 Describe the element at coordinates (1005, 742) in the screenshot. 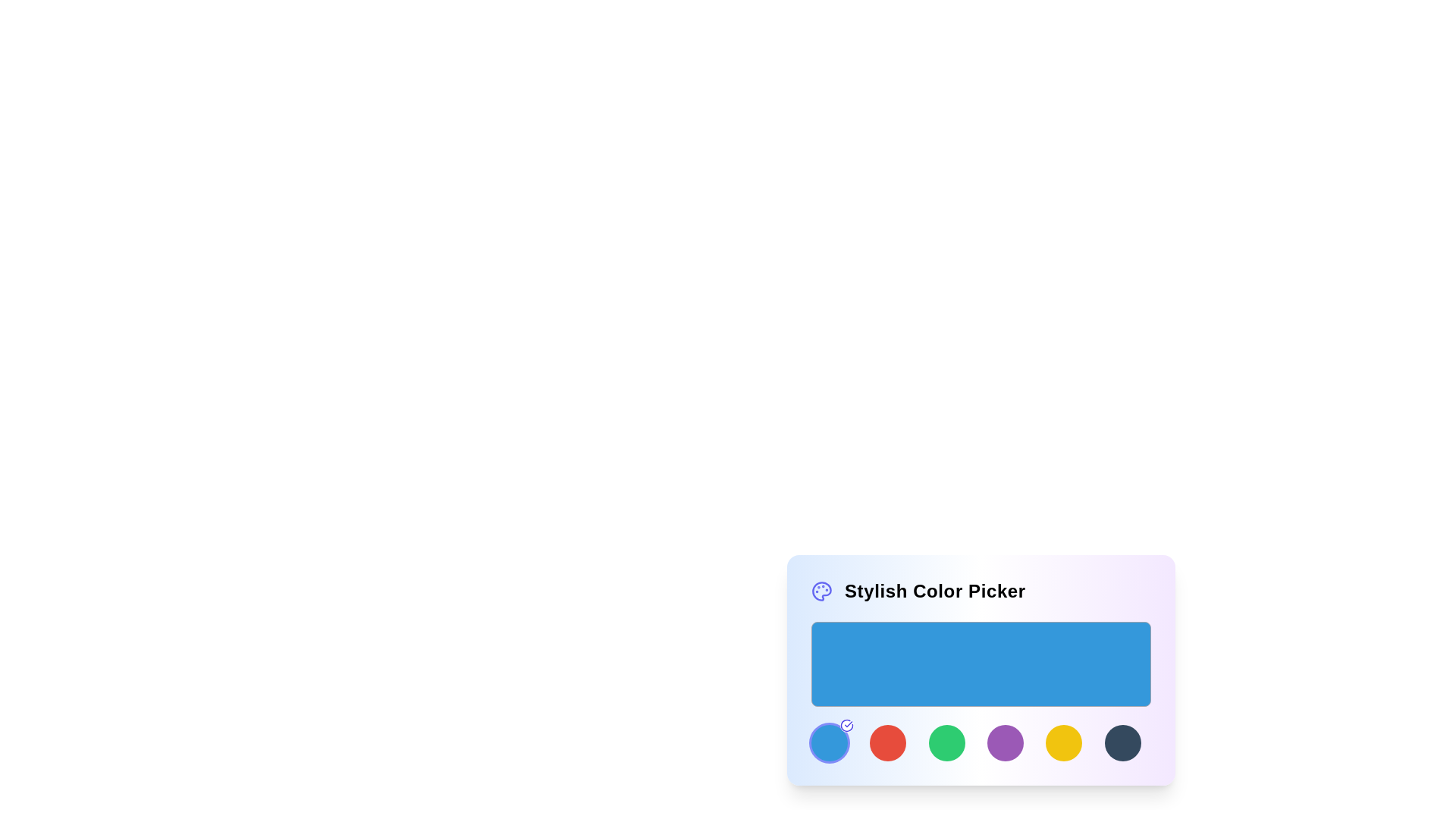

I see `the fifth circular color selection button located at the bottom of the interface` at that location.